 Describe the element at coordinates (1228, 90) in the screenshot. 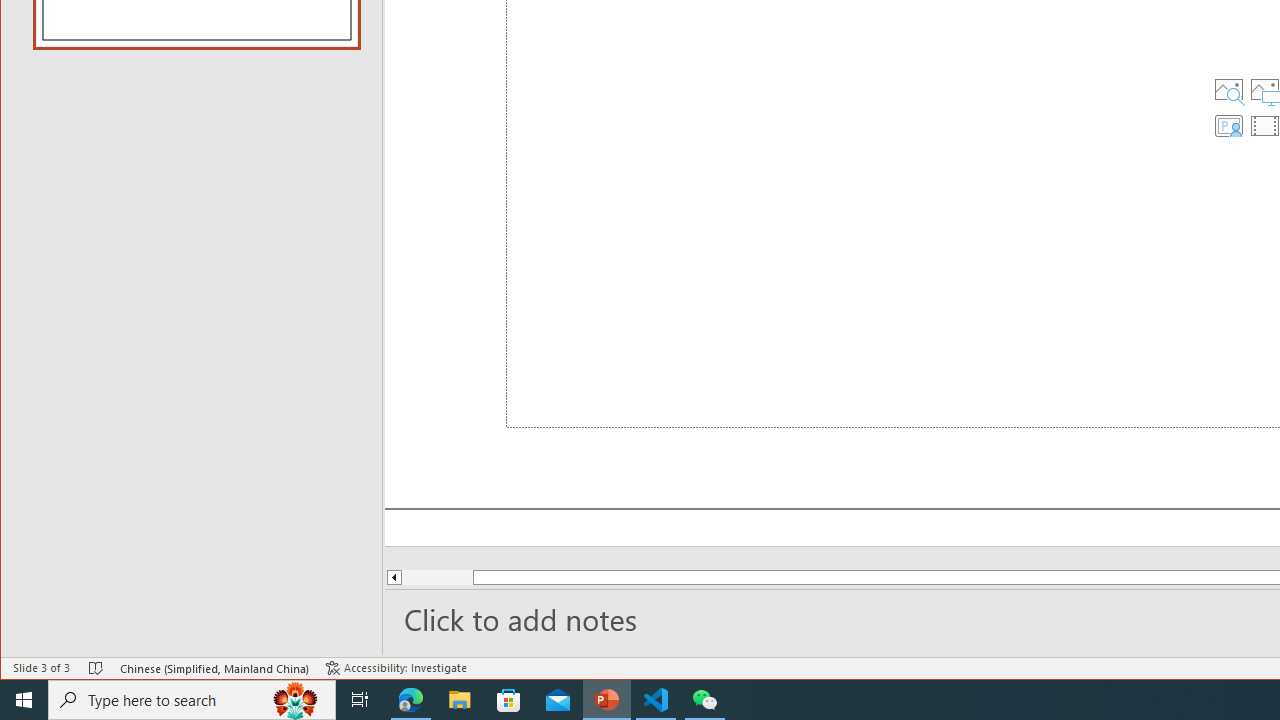

I see `'Stock Images'` at that location.